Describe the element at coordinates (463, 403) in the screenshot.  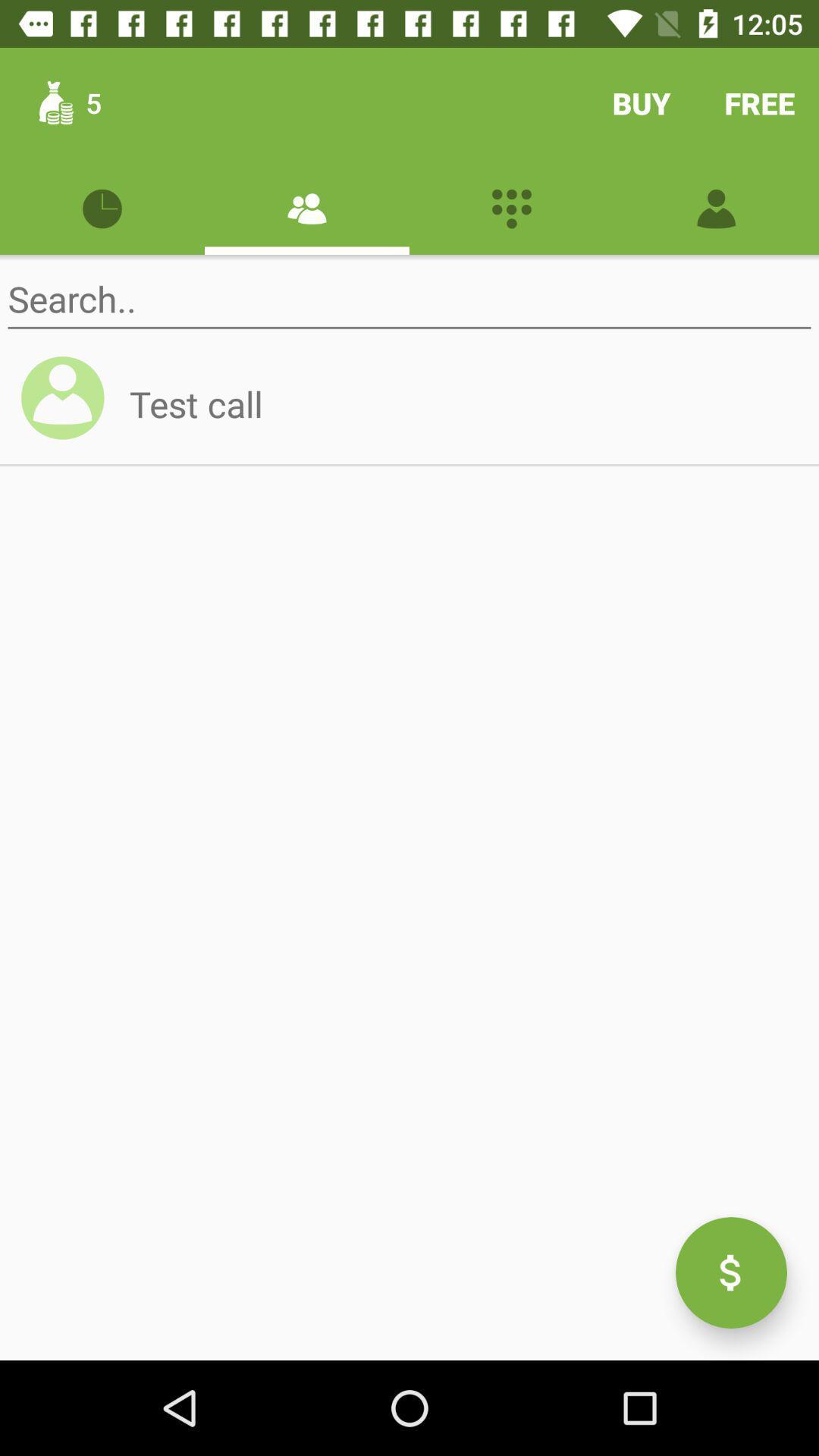
I see `test call item` at that location.